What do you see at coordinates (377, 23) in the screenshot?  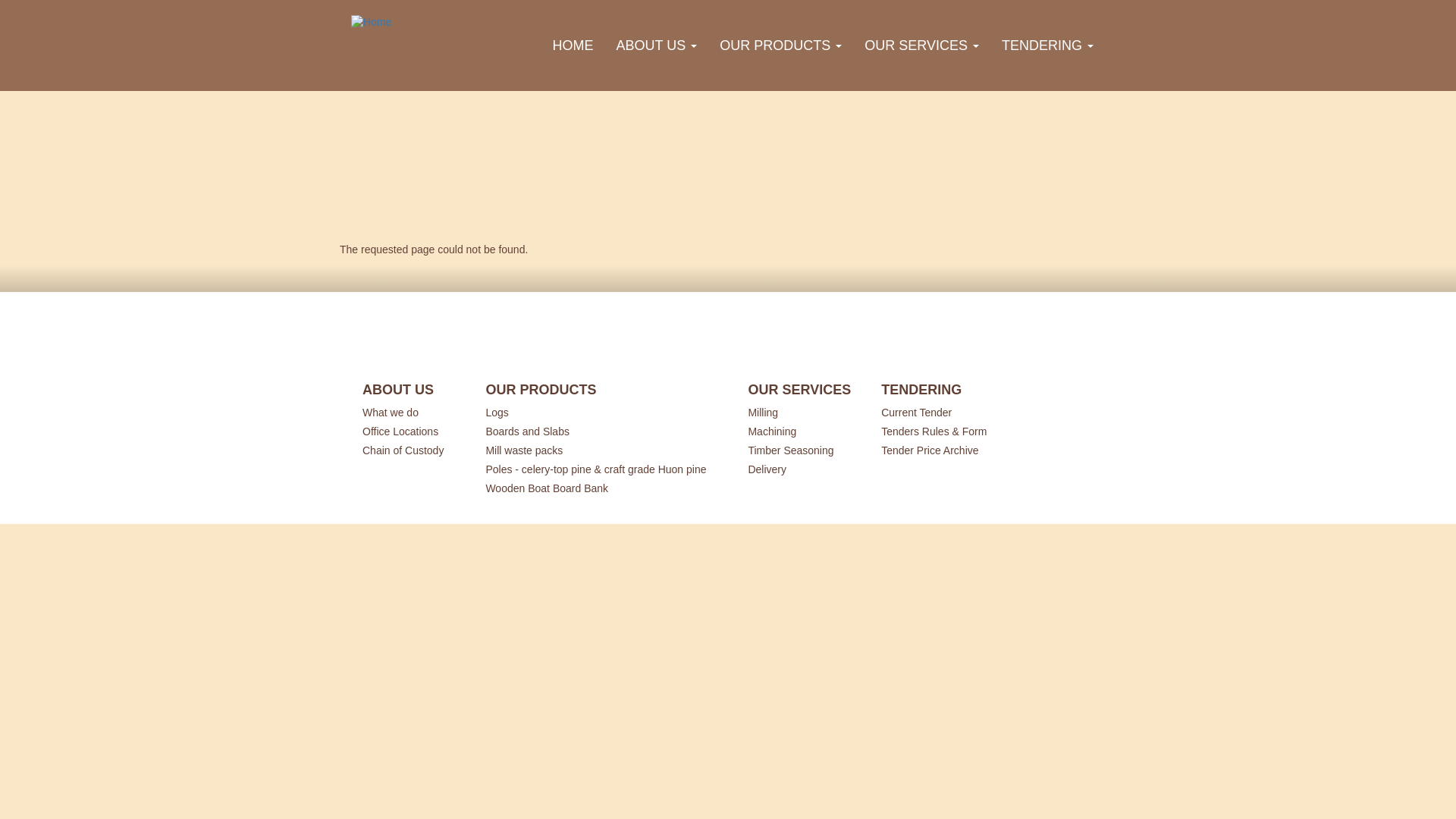 I see `'Home'` at bounding box center [377, 23].